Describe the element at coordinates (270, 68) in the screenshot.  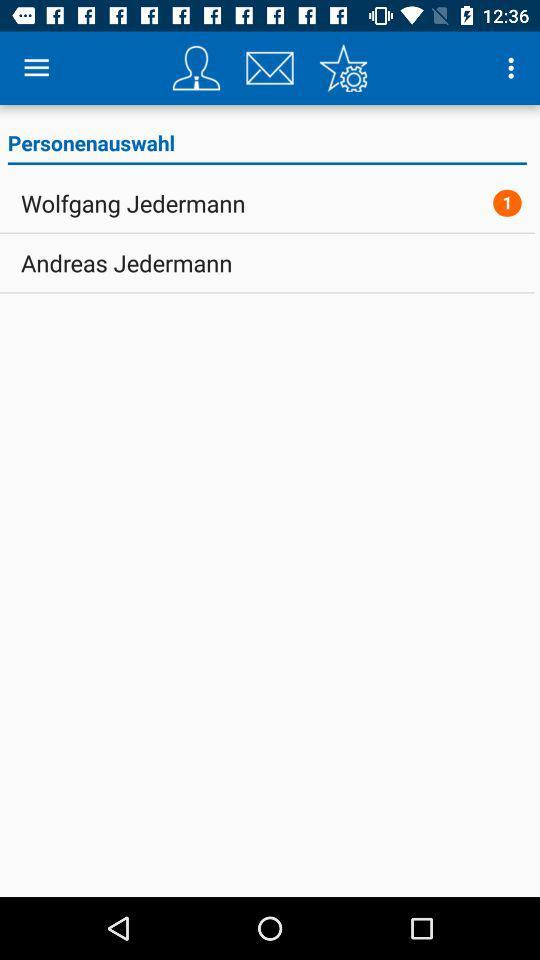
I see `messages` at that location.